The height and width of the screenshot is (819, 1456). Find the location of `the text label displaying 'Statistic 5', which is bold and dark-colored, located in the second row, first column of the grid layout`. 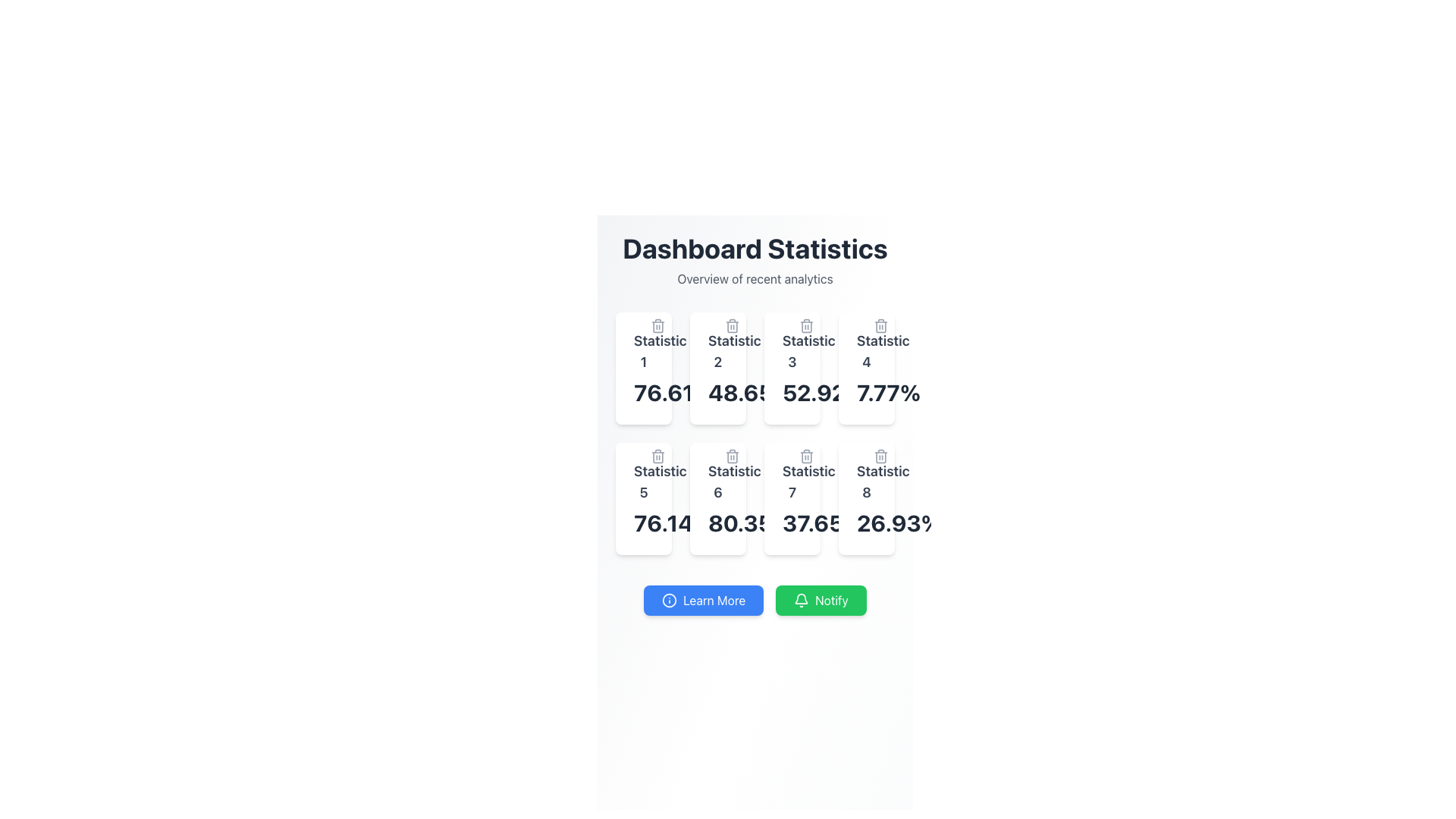

the text label displaying 'Statistic 5', which is bold and dark-colored, located in the second row, first column of the grid layout is located at coordinates (644, 482).